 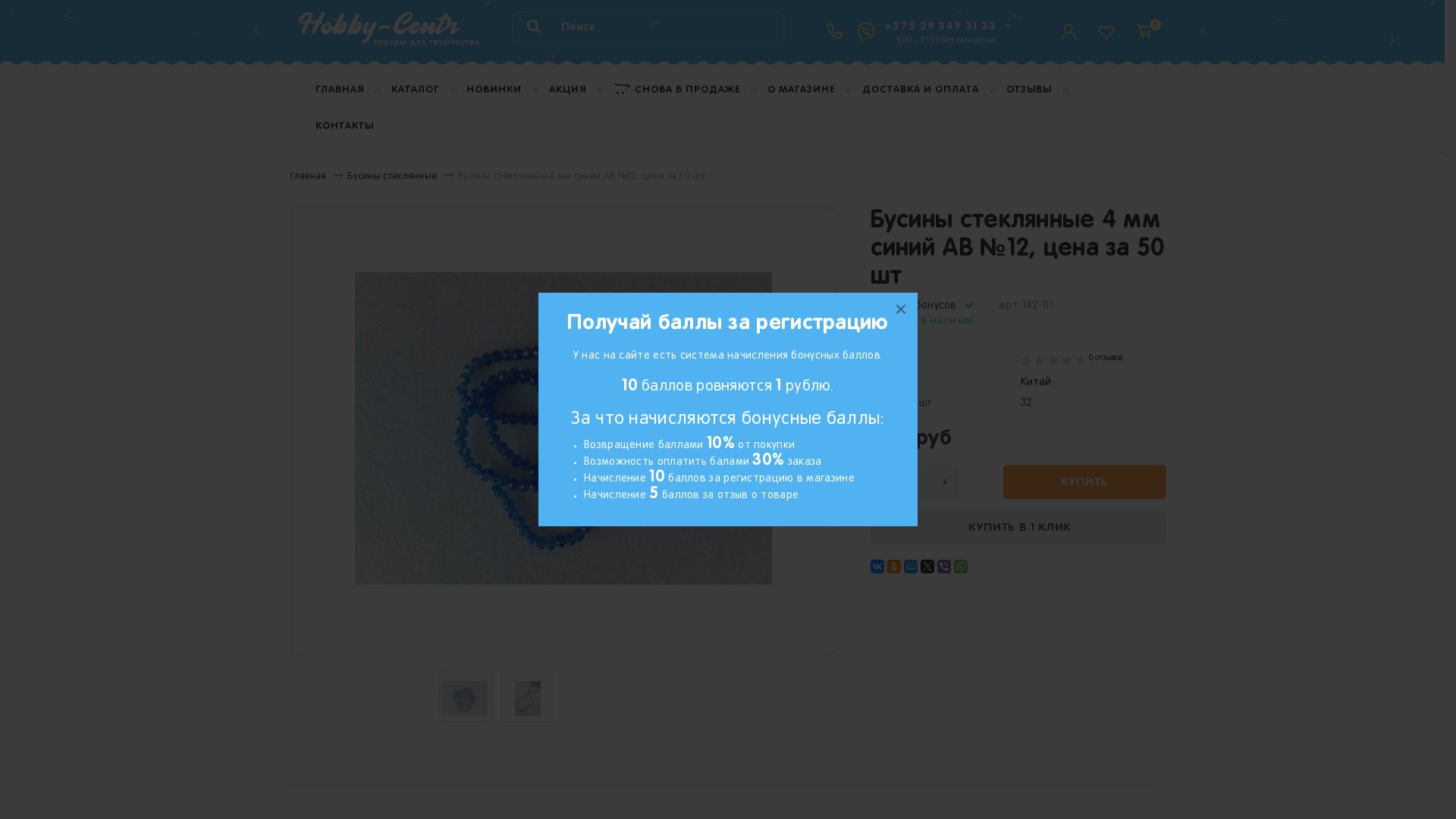 What do you see at coordinates (943, 566) in the screenshot?
I see `'Viber'` at bounding box center [943, 566].